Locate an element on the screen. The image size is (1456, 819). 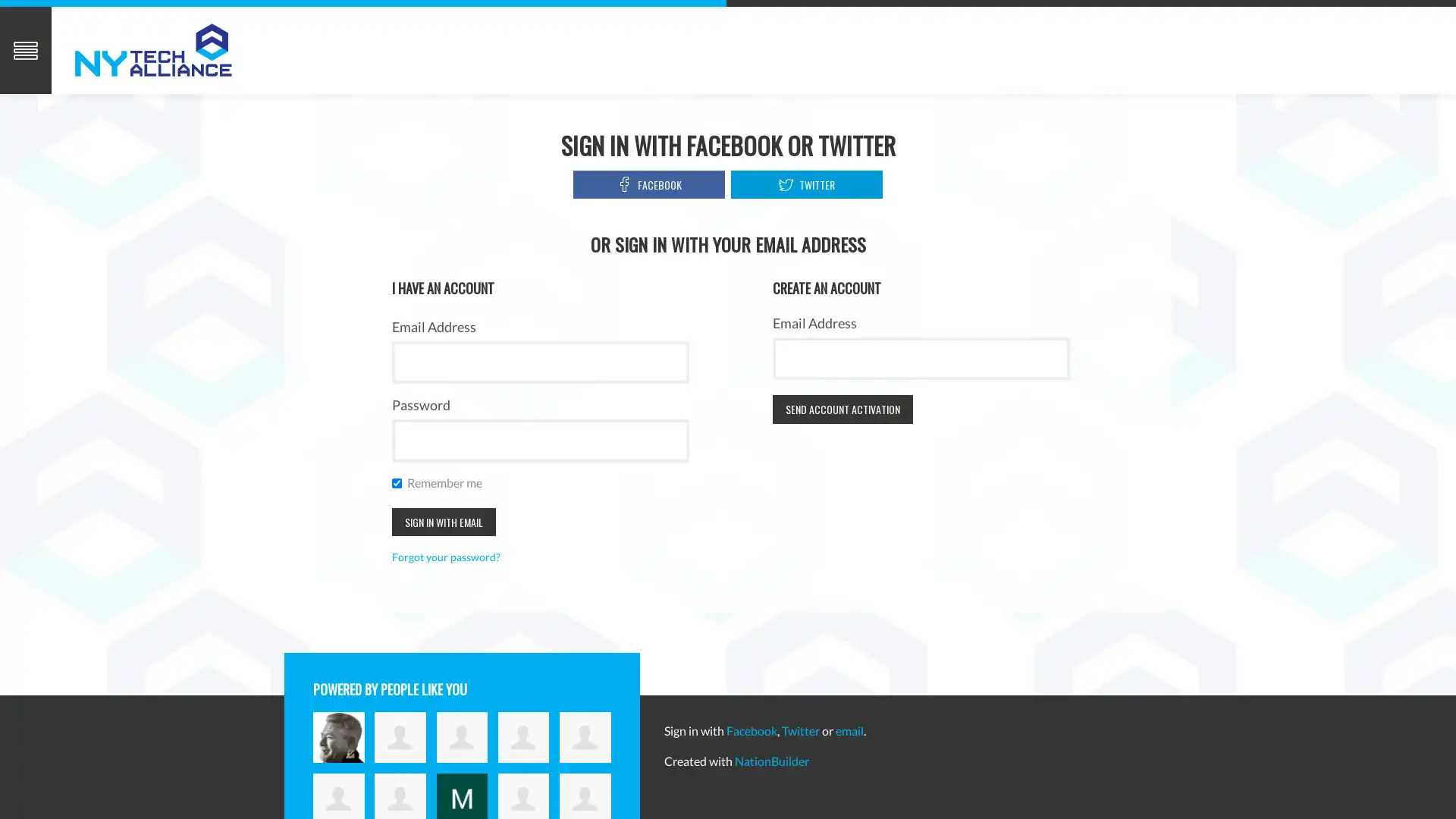
Sign in with email is located at coordinates (442, 520).